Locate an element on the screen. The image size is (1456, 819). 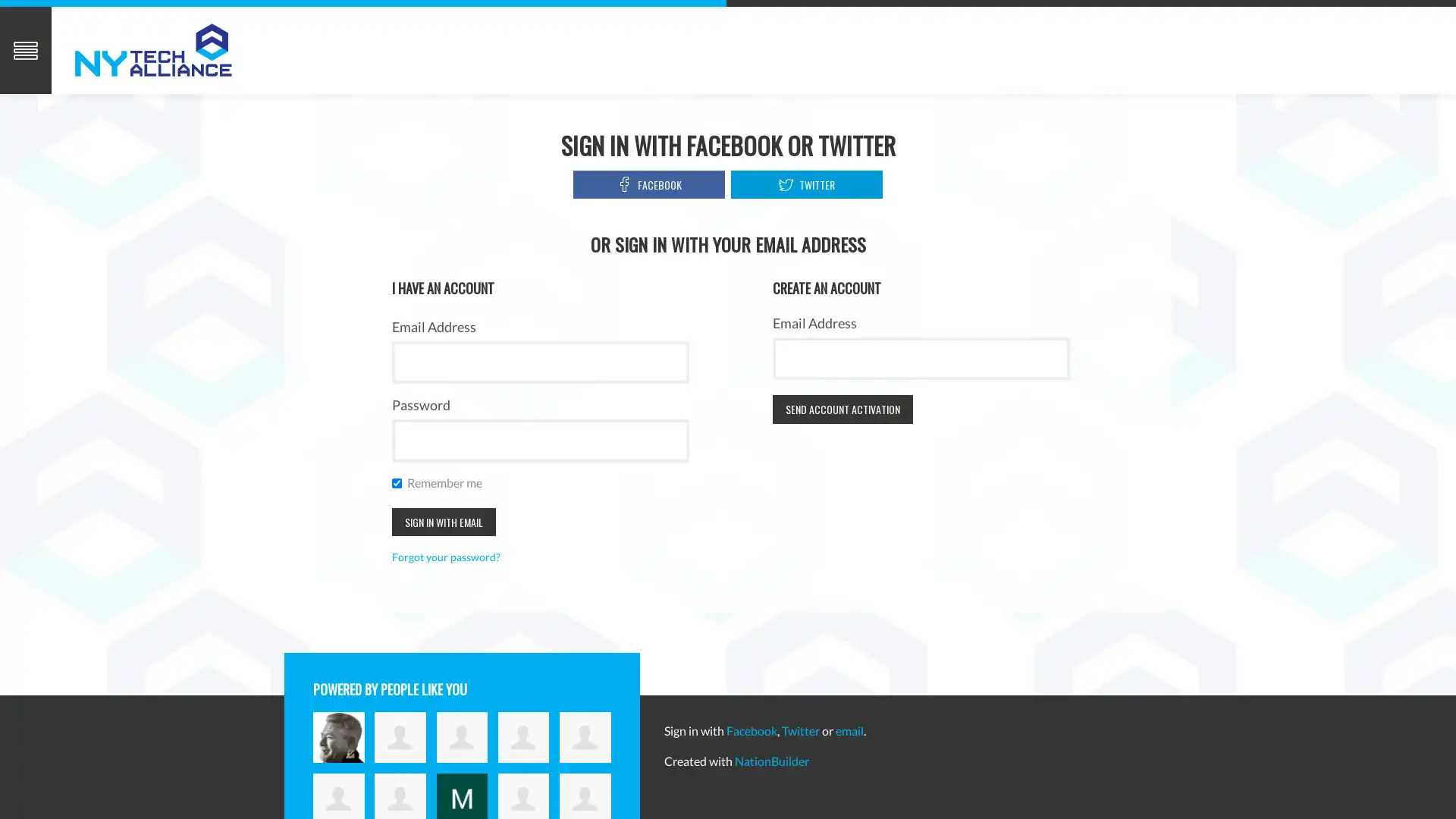
Sign in with email is located at coordinates (442, 520).